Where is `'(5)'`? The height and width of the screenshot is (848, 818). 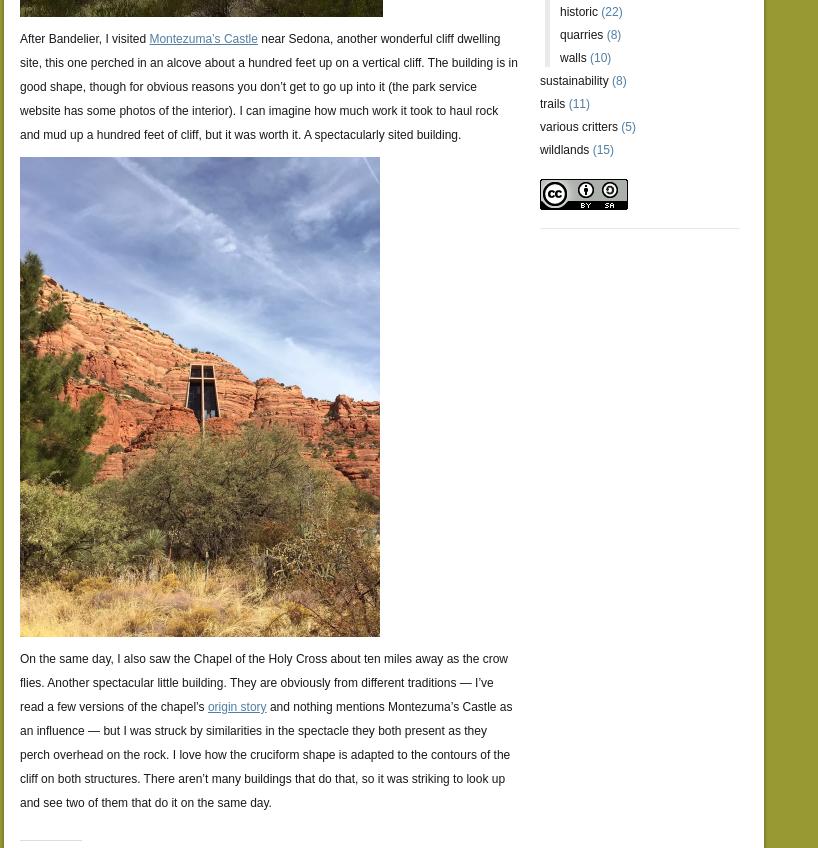 '(5)' is located at coordinates (617, 126).